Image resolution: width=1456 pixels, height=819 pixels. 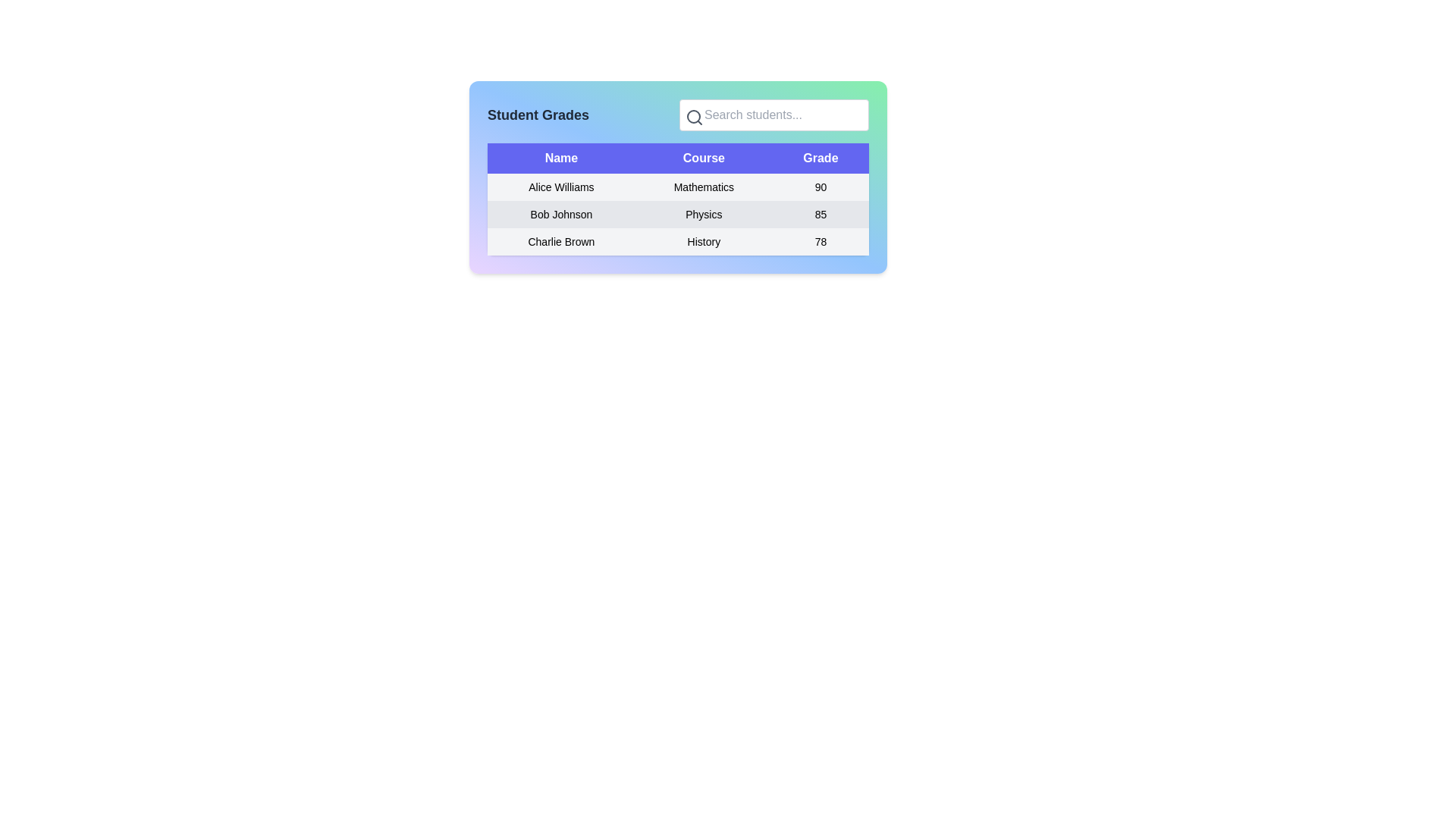 What do you see at coordinates (703, 214) in the screenshot?
I see `the text label displaying 'Physics' located in the central column of the table under the 'Course' column associated with 'Bob Johnson'` at bounding box center [703, 214].